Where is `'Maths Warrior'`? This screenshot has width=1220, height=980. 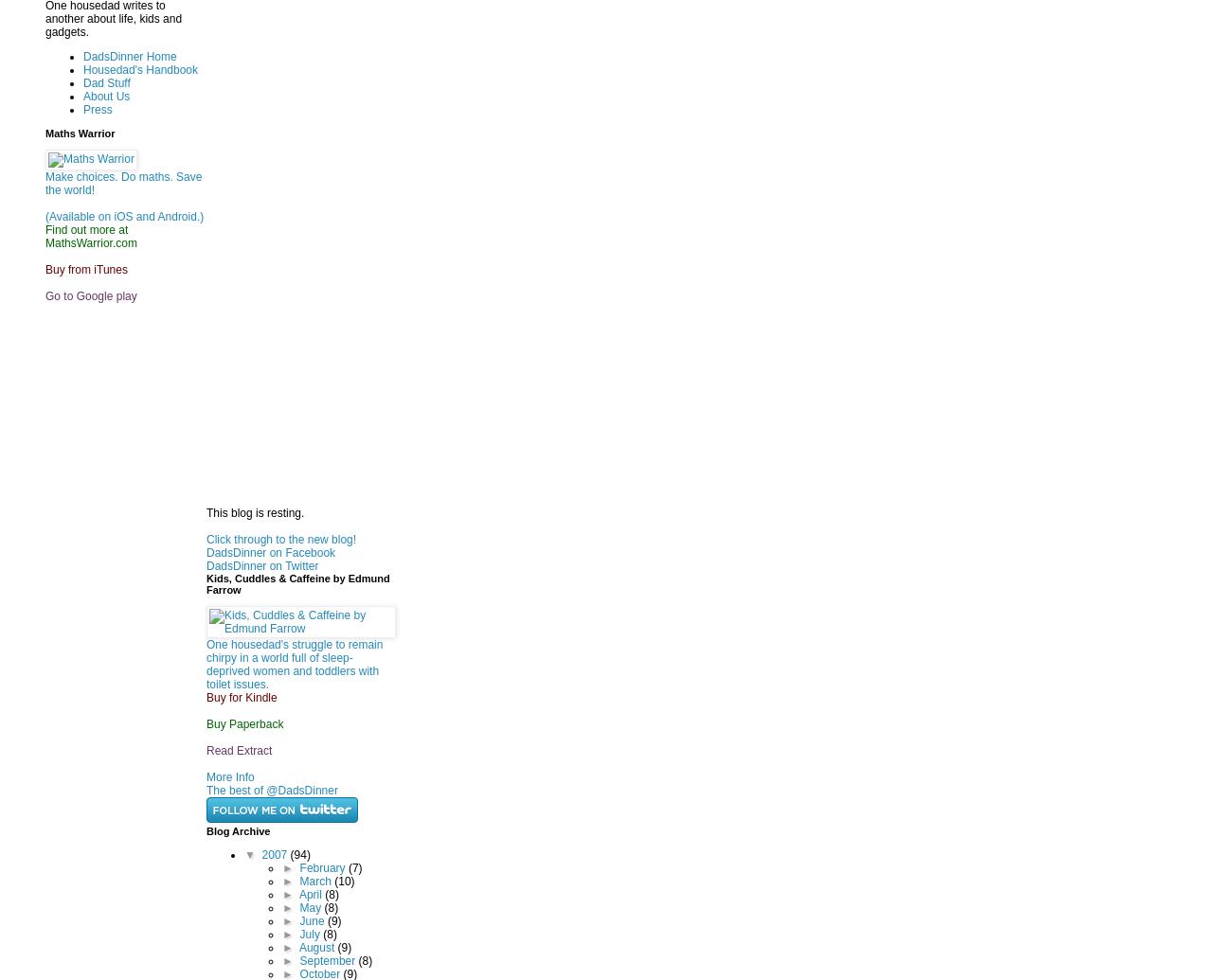 'Maths Warrior' is located at coordinates (80, 133).